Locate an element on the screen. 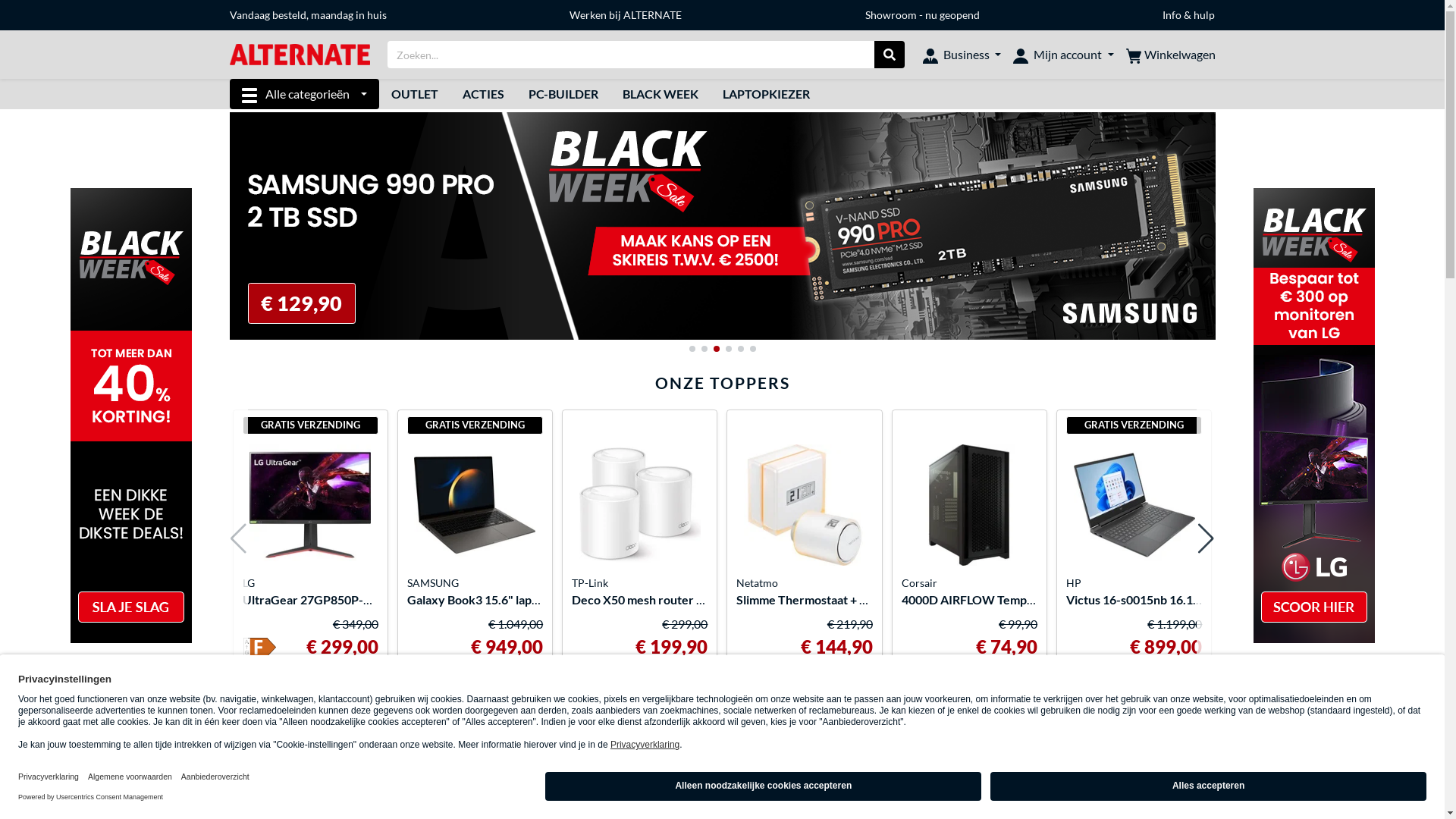 The width and height of the screenshot is (1456, 819). 'Showroom - nu geopend' is located at coordinates (865, 14).